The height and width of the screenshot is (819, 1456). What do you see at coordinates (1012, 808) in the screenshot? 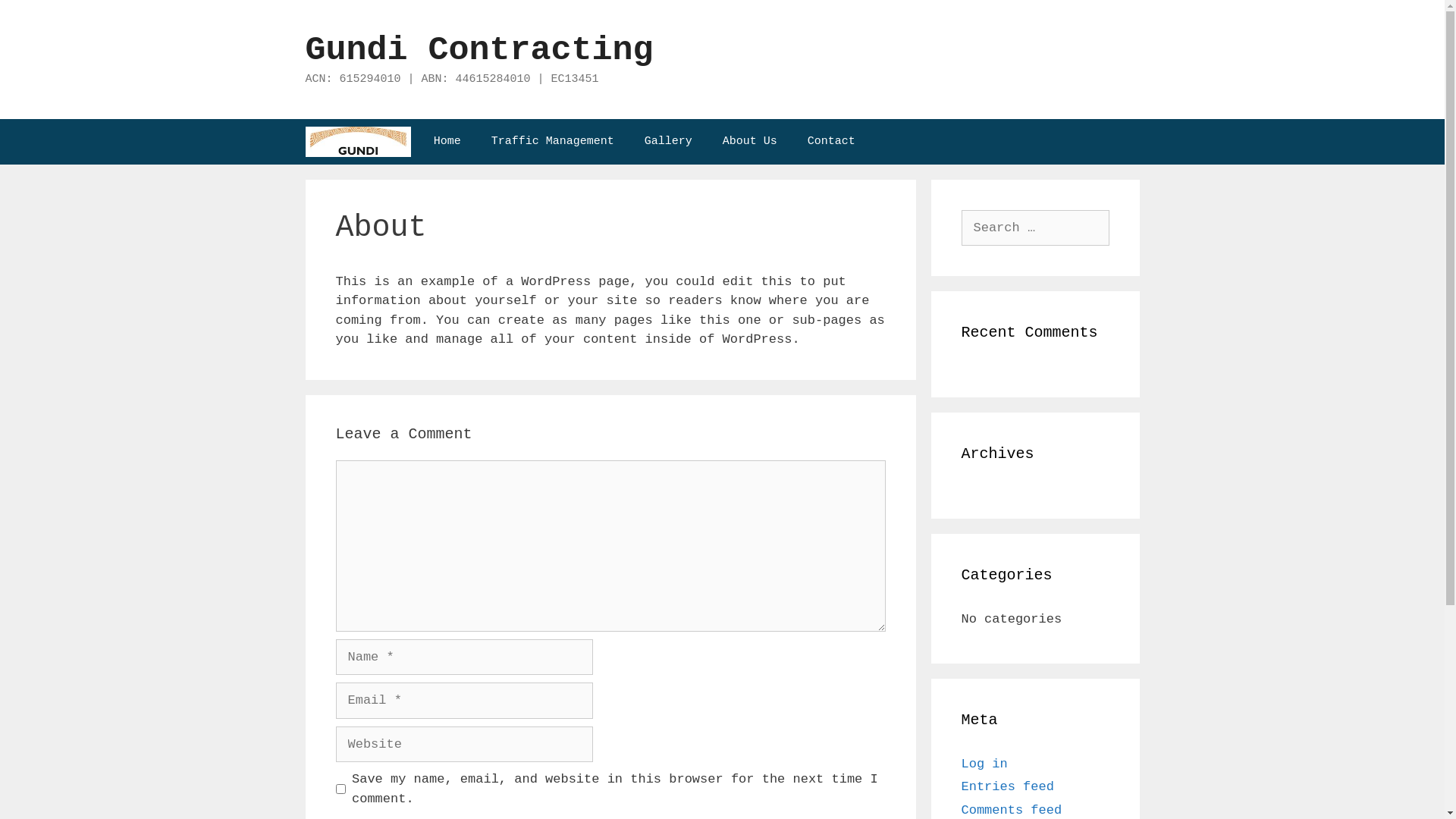
I see `'Comments feed'` at bounding box center [1012, 808].